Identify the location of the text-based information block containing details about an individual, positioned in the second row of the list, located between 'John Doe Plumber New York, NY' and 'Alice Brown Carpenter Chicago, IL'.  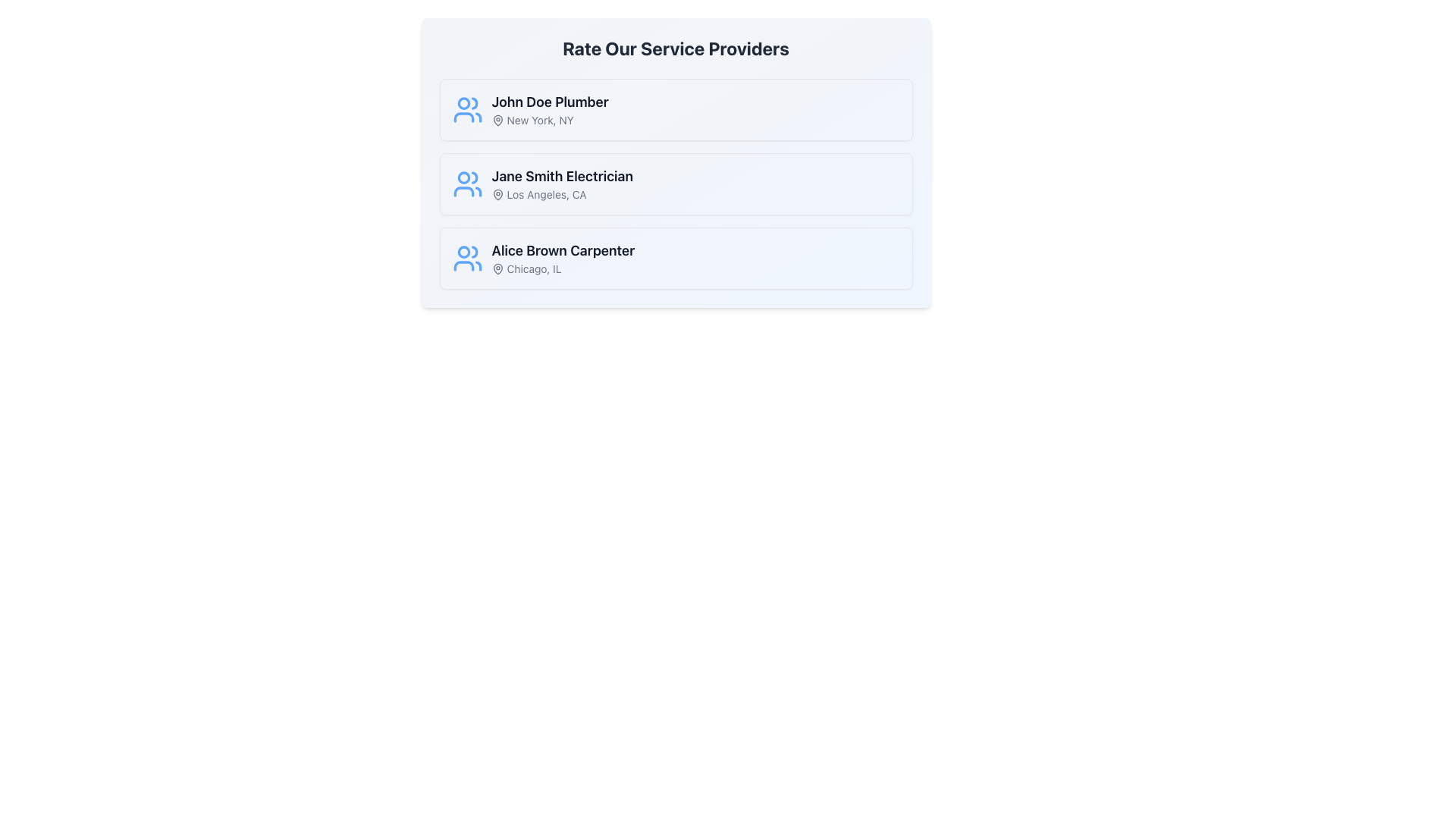
(561, 184).